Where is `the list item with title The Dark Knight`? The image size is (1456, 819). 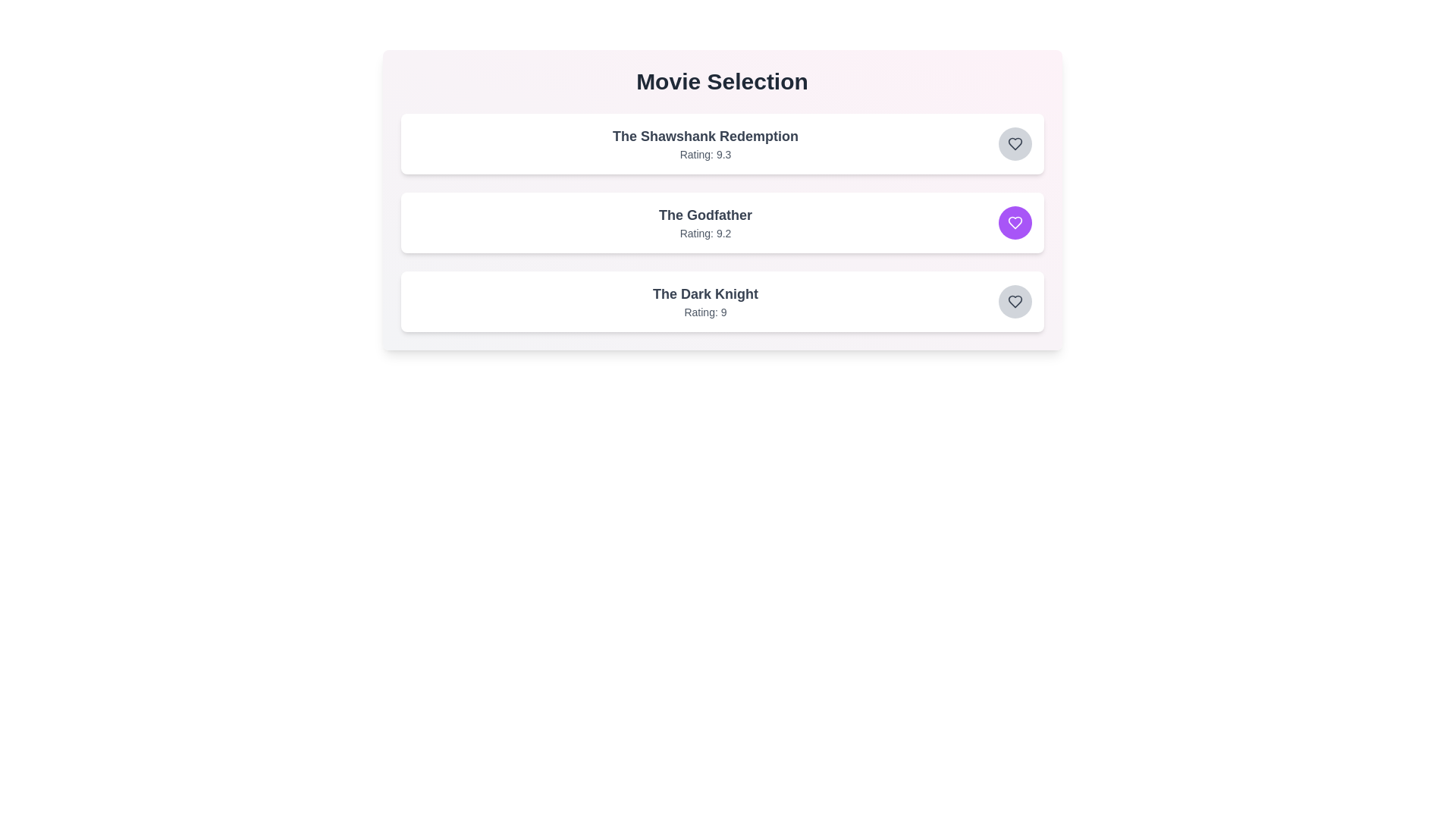 the list item with title The Dark Knight is located at coordinates (704, 294).